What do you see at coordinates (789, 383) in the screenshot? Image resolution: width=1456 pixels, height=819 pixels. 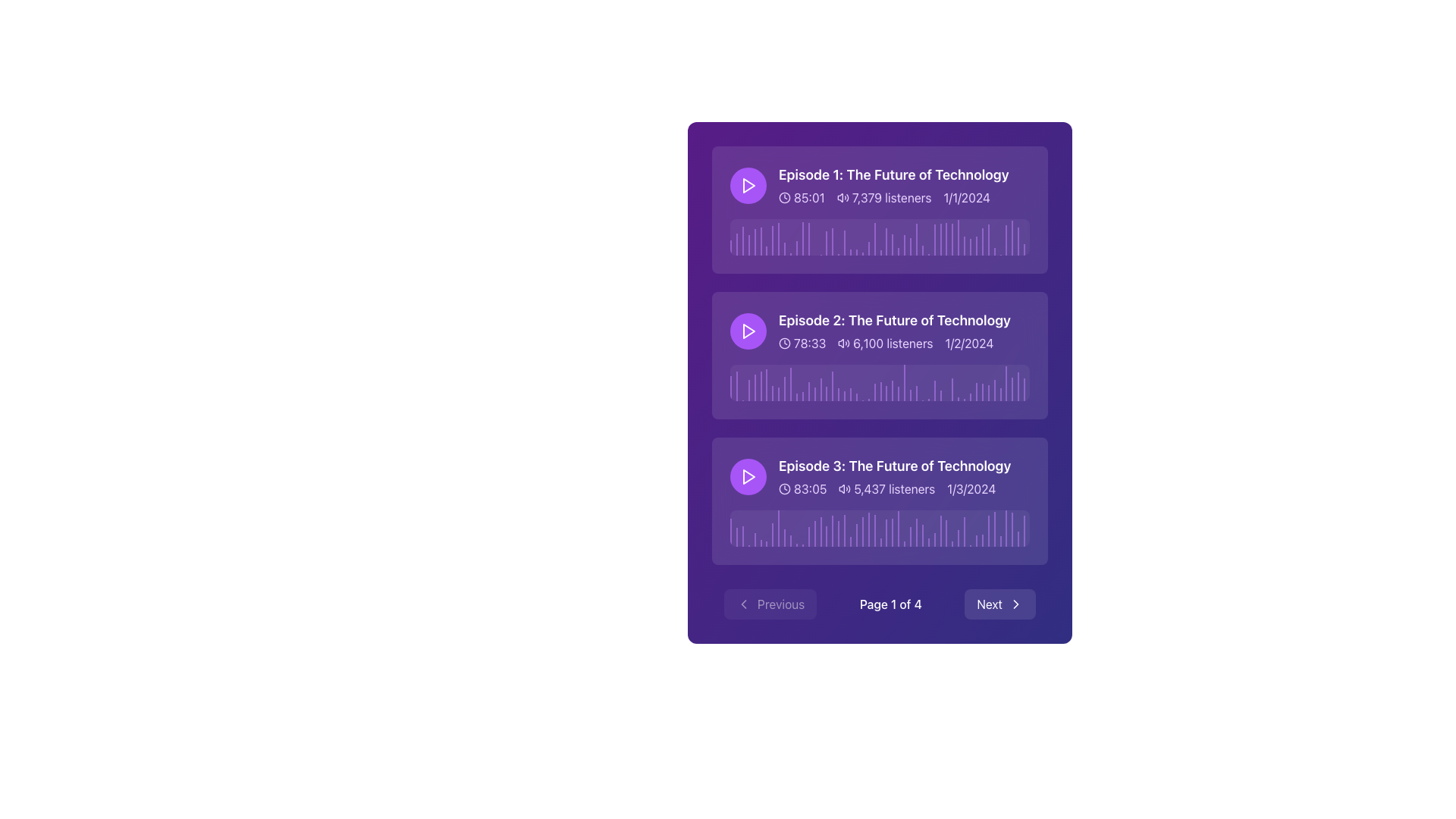 I see `the progress indicator represented by a thin vertical line in the waveform for 'Episode 2: The Future of Technology', styled with a semi-transparent purple color` at bounding box center [789, 383].